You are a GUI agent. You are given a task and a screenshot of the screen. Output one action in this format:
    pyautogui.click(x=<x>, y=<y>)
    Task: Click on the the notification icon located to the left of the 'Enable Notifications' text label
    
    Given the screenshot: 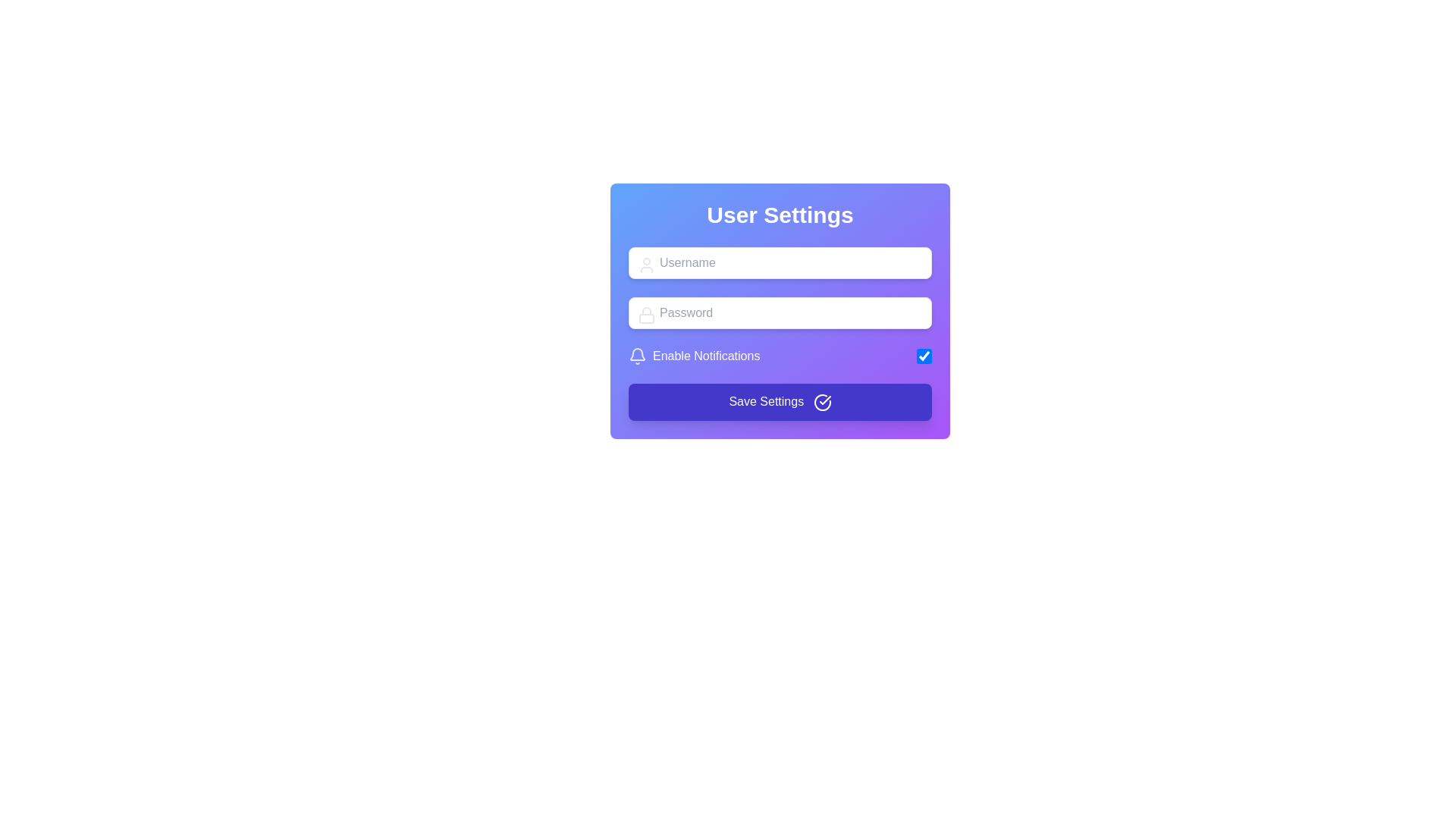 What is the action you would take?
    pyautogui.click(x=637, y=354)
    